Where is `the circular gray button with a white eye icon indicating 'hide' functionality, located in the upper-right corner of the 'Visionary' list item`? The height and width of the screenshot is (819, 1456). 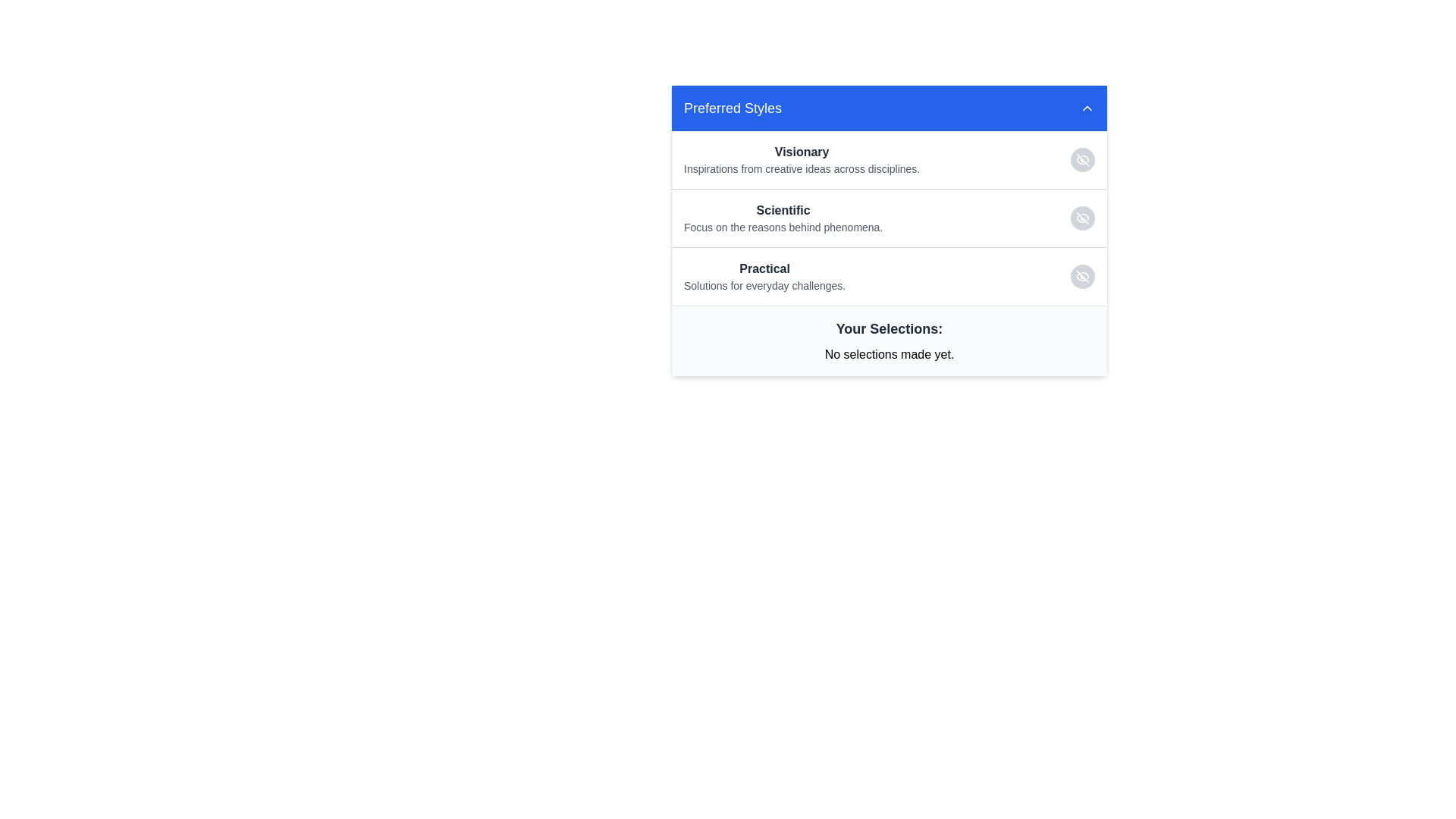
the circular gray button with a white eye icon indicating 'hide' functionality, located in the upper-right corner of the 'Visionary' list item is located at coordinates (1082, 160).